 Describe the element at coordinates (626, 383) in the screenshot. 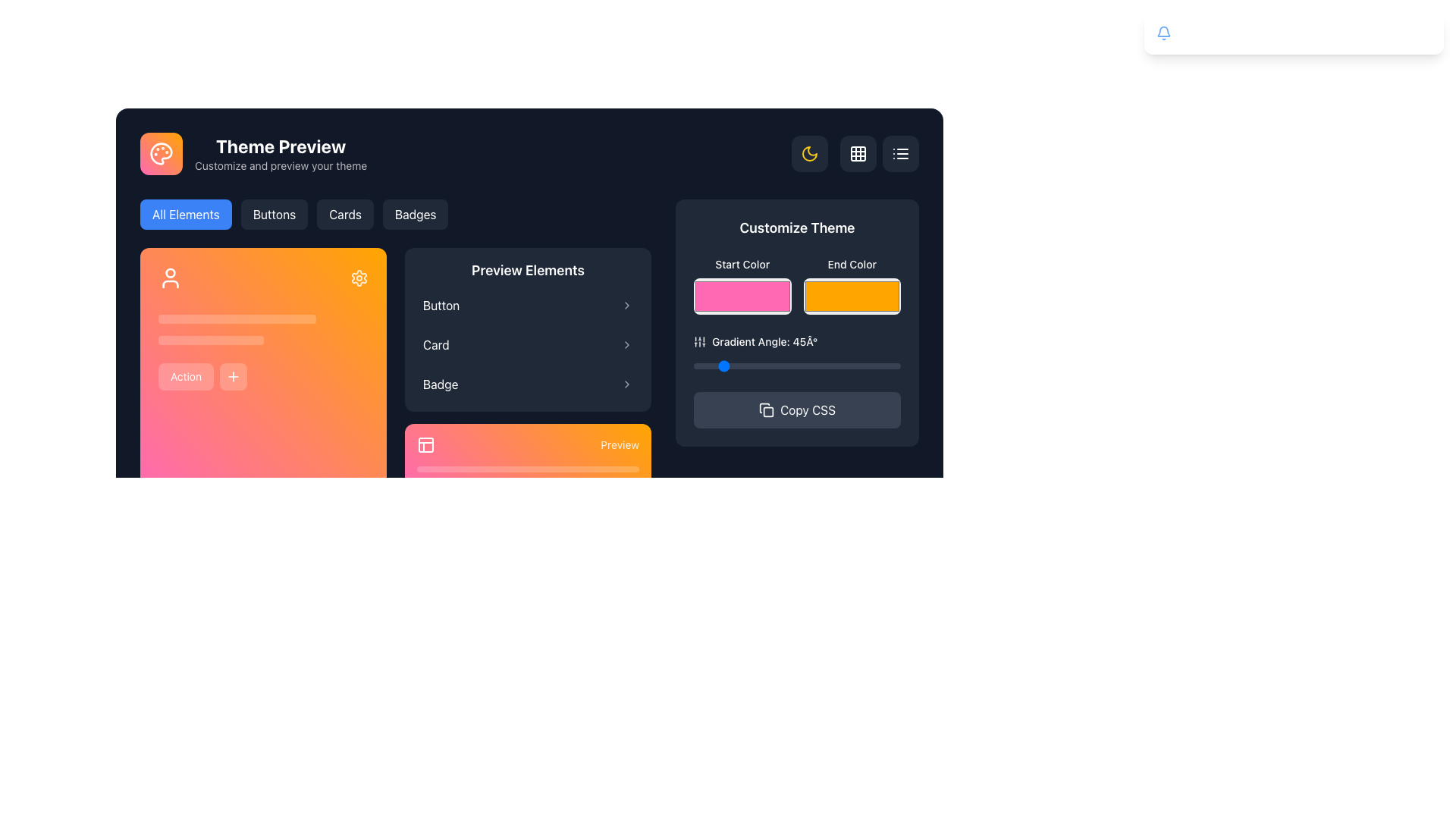

I see `the right-pointing chevron icon, which is styled as a 24x24 pixel gray SVG icon, located adjacent to the 'Badge' text label in a horizontally aligned layout` at that location.